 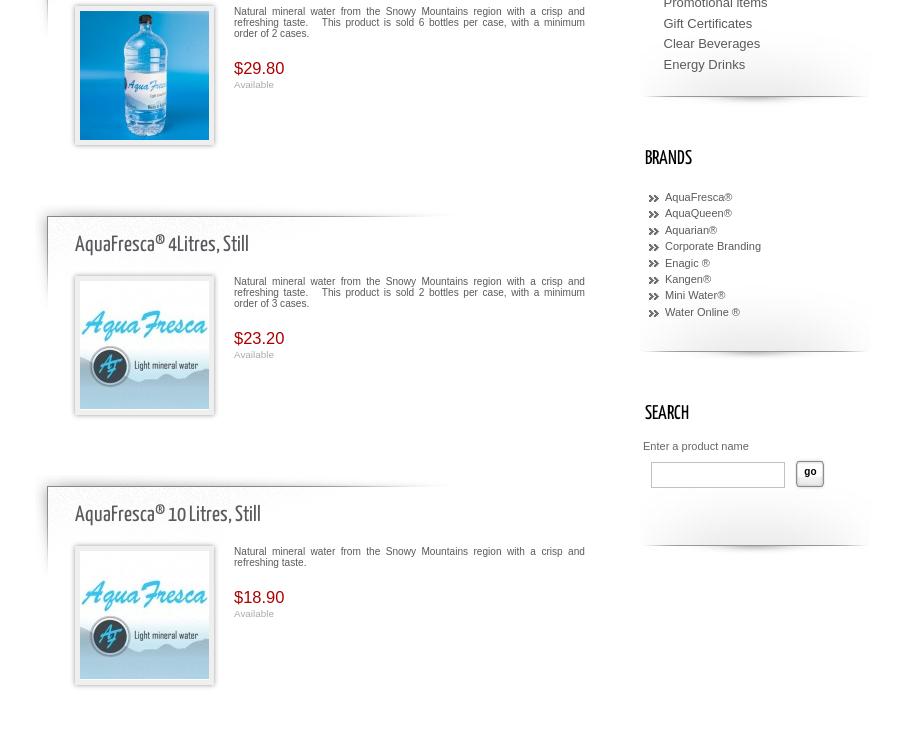 What do you see at coordinates (697, 197) in the screenshot?
I see `'AquaFresca®'` at bounding box center [697, 197].